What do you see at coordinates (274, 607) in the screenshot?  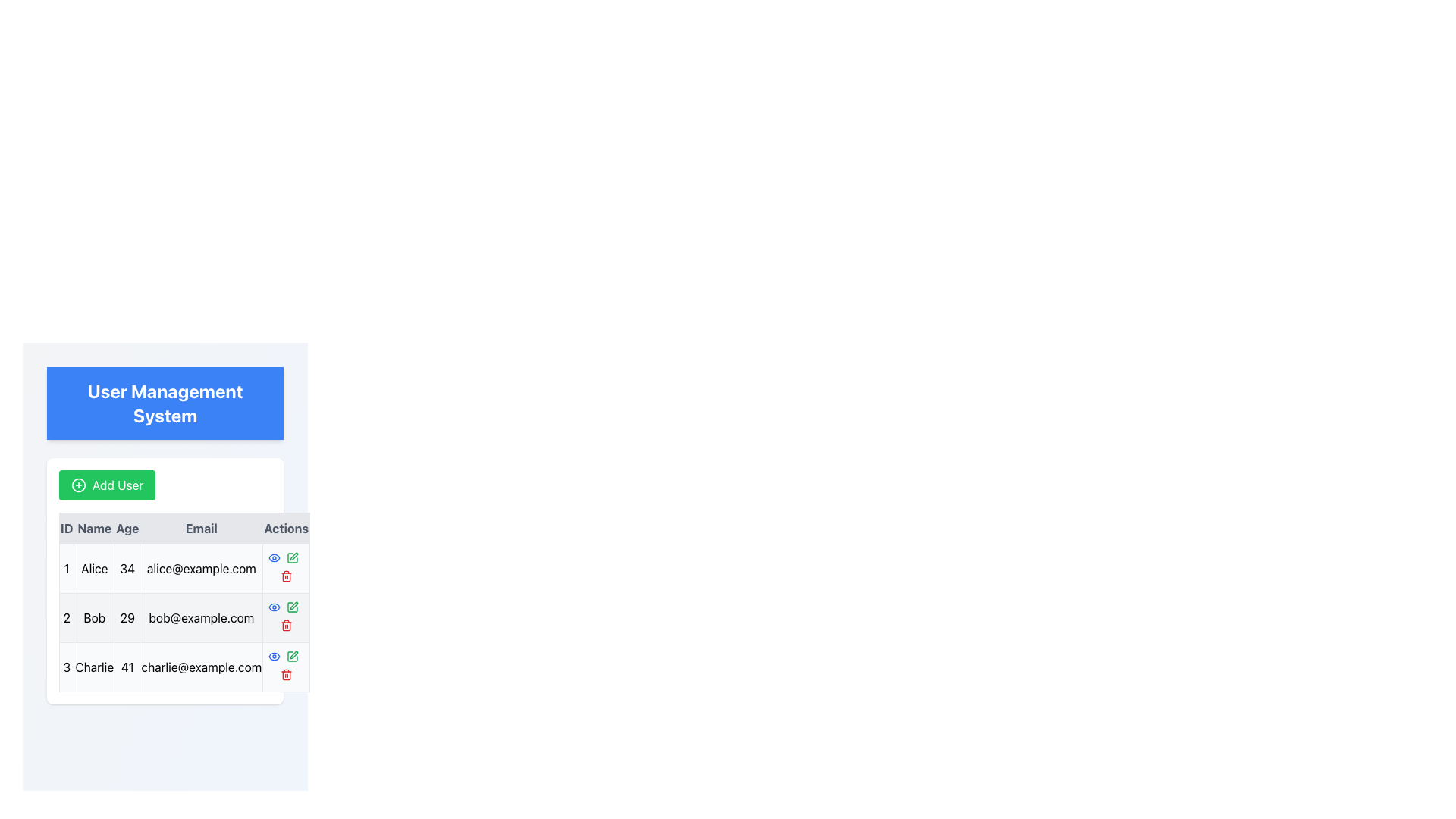 I see `the blue eye icon button in the 'Actions' column associated with the user 'alice@example.com'` at bounding box center [274, 607].